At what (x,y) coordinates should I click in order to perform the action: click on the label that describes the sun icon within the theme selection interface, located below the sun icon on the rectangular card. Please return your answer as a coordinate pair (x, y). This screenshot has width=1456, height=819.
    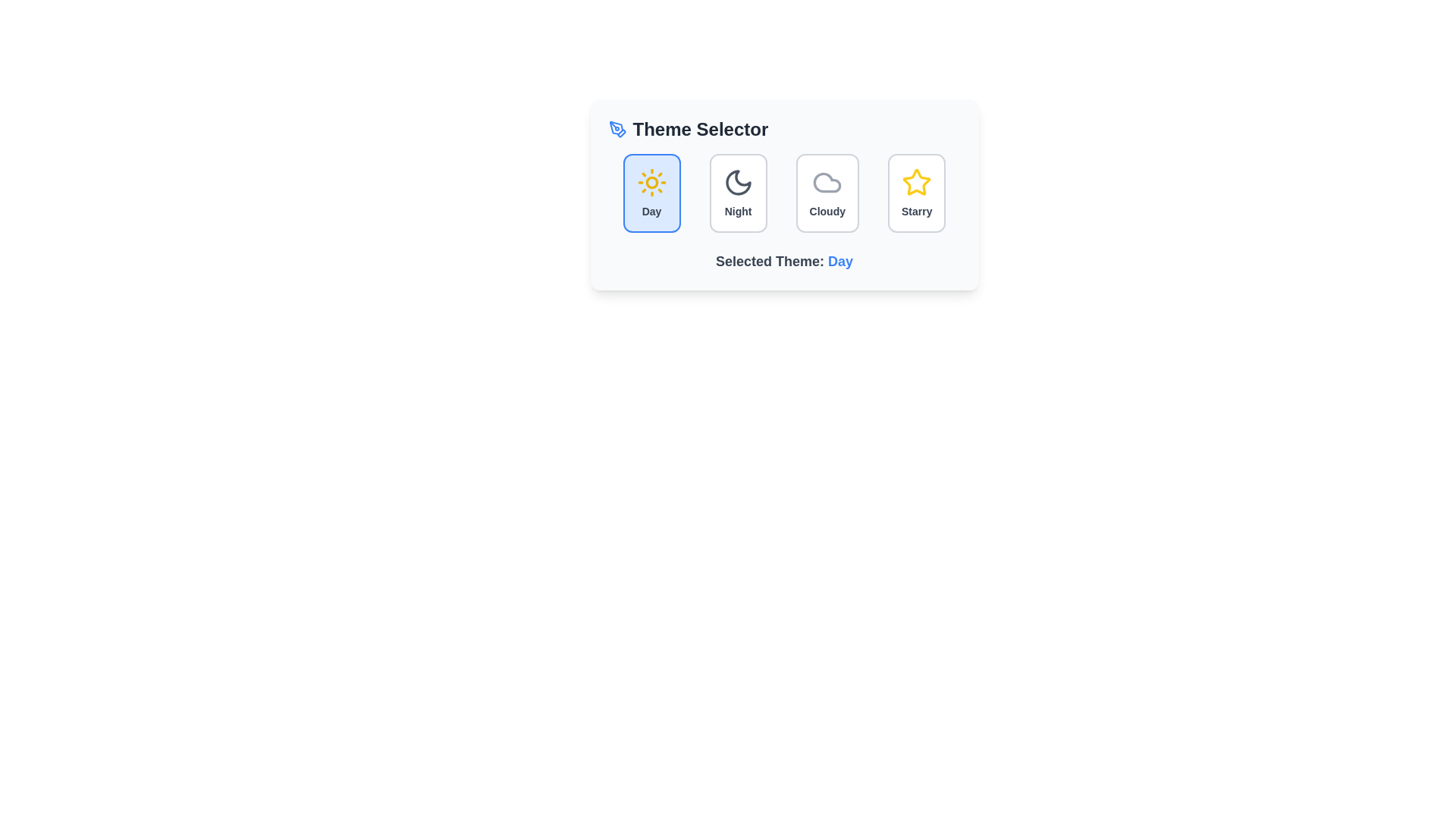
    Looking at the image, I should click on (651, 211).